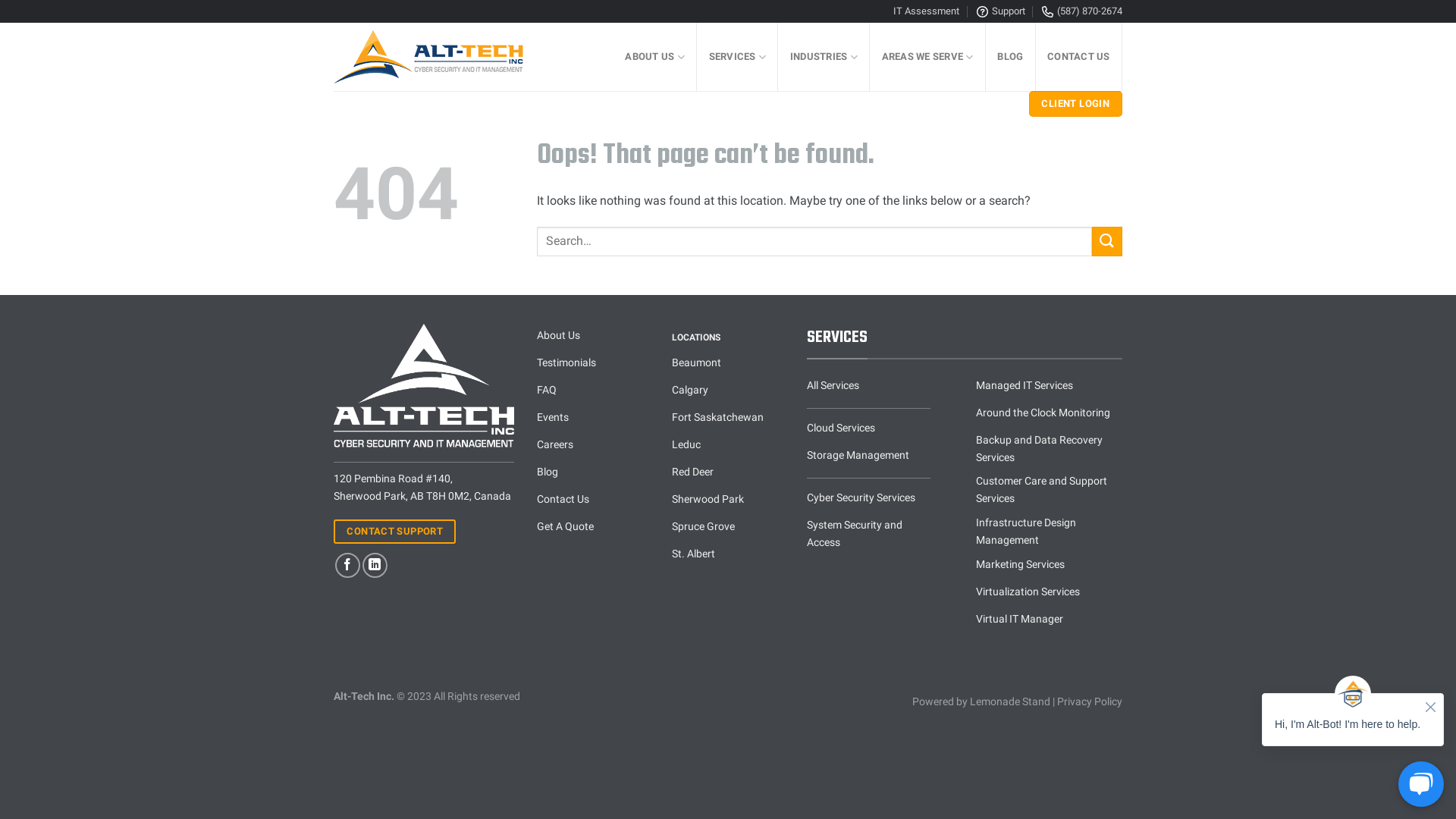 The width and height of the screenshot is (1456, 819). What do you see at coordinates (868, 430) in the screenshot?
I see `'Cloud Services'` at bounding box center [868, 430].